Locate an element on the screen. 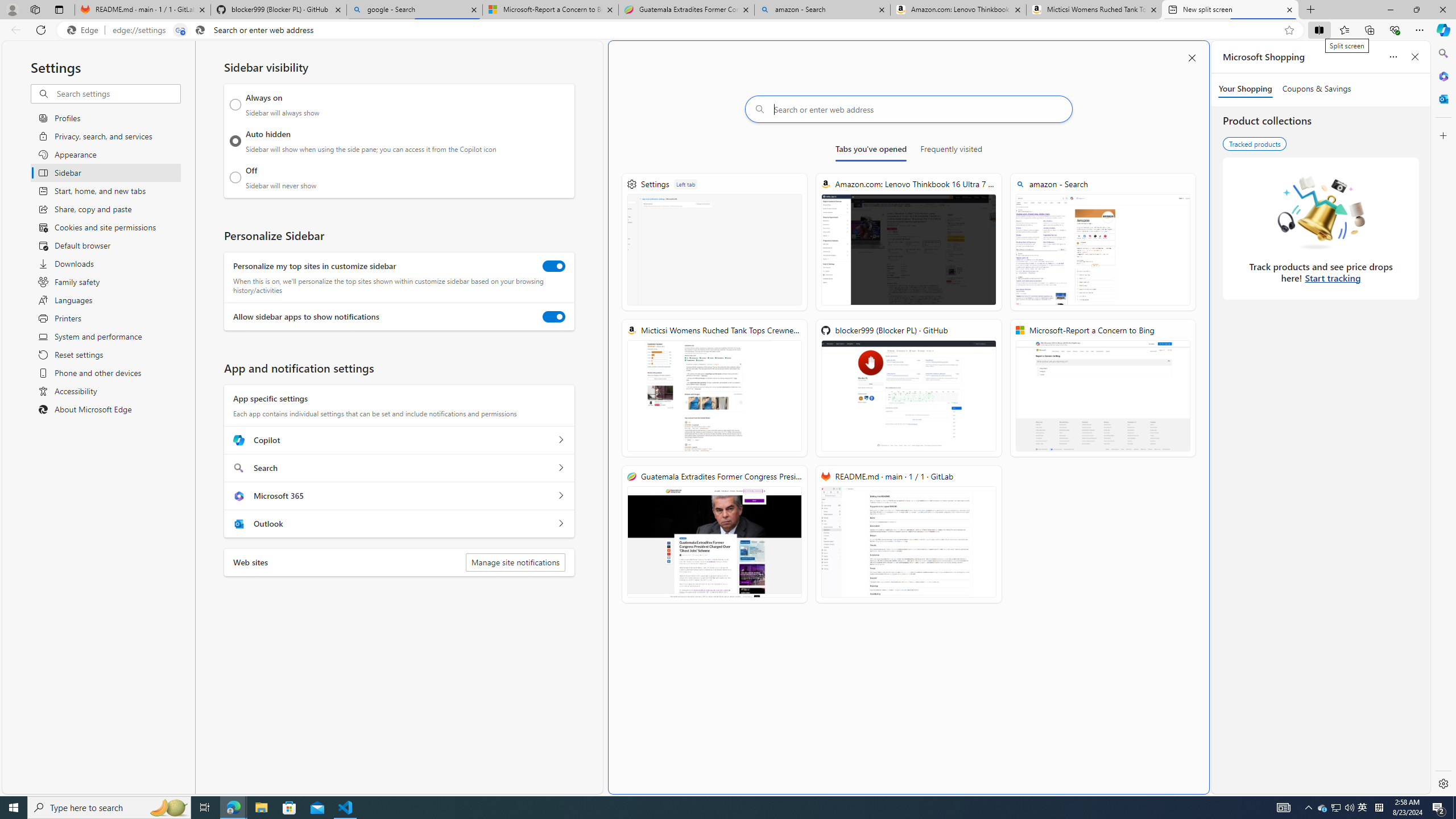 This screenshot has height=819, width=1456. 'New Tab' is located at coordinates (1310, 9).